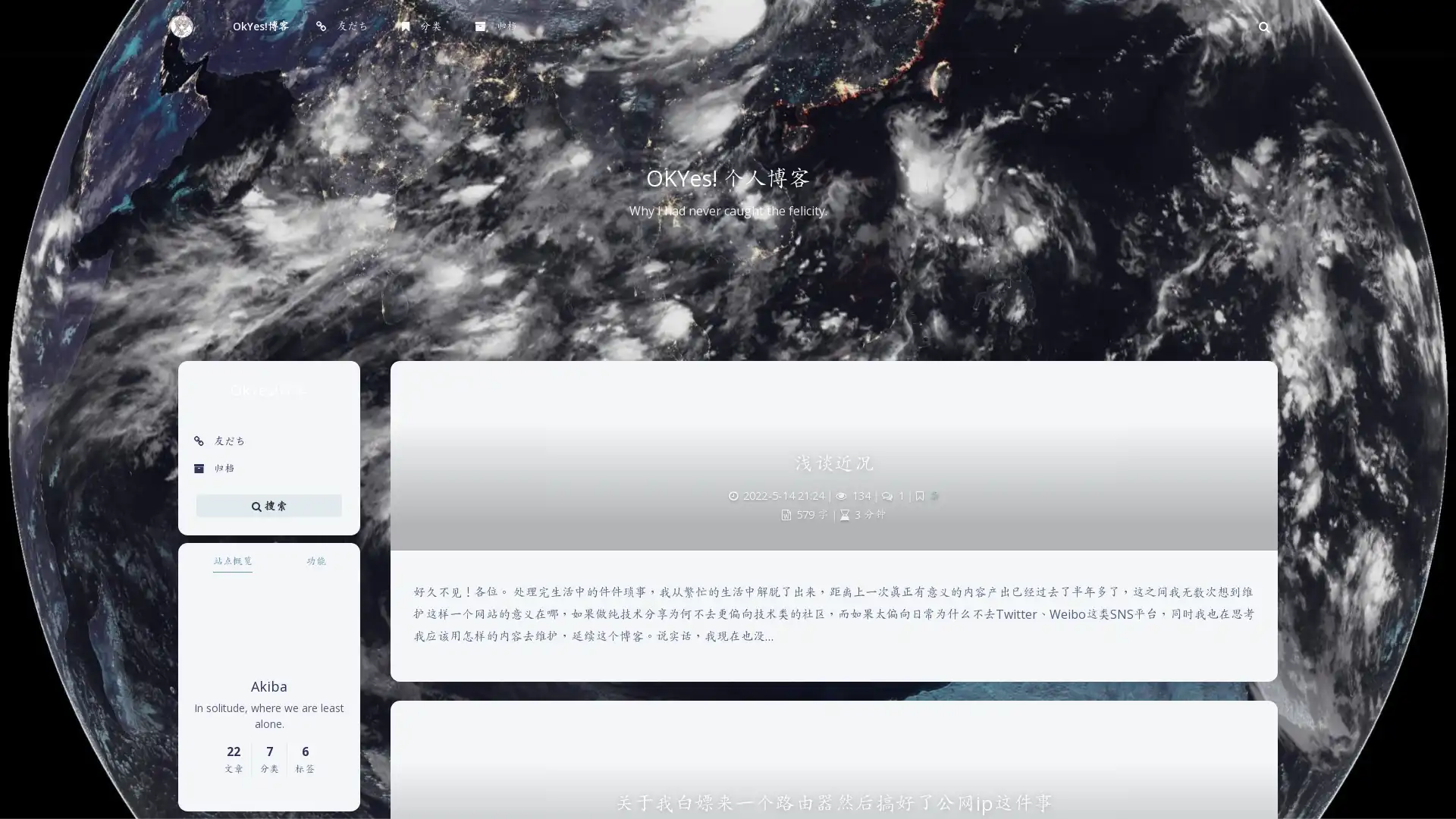  What do you see at coordinates (1299, 612) in the screenshot?
I see `Sans Serif` at bounding box center [1299, 612].